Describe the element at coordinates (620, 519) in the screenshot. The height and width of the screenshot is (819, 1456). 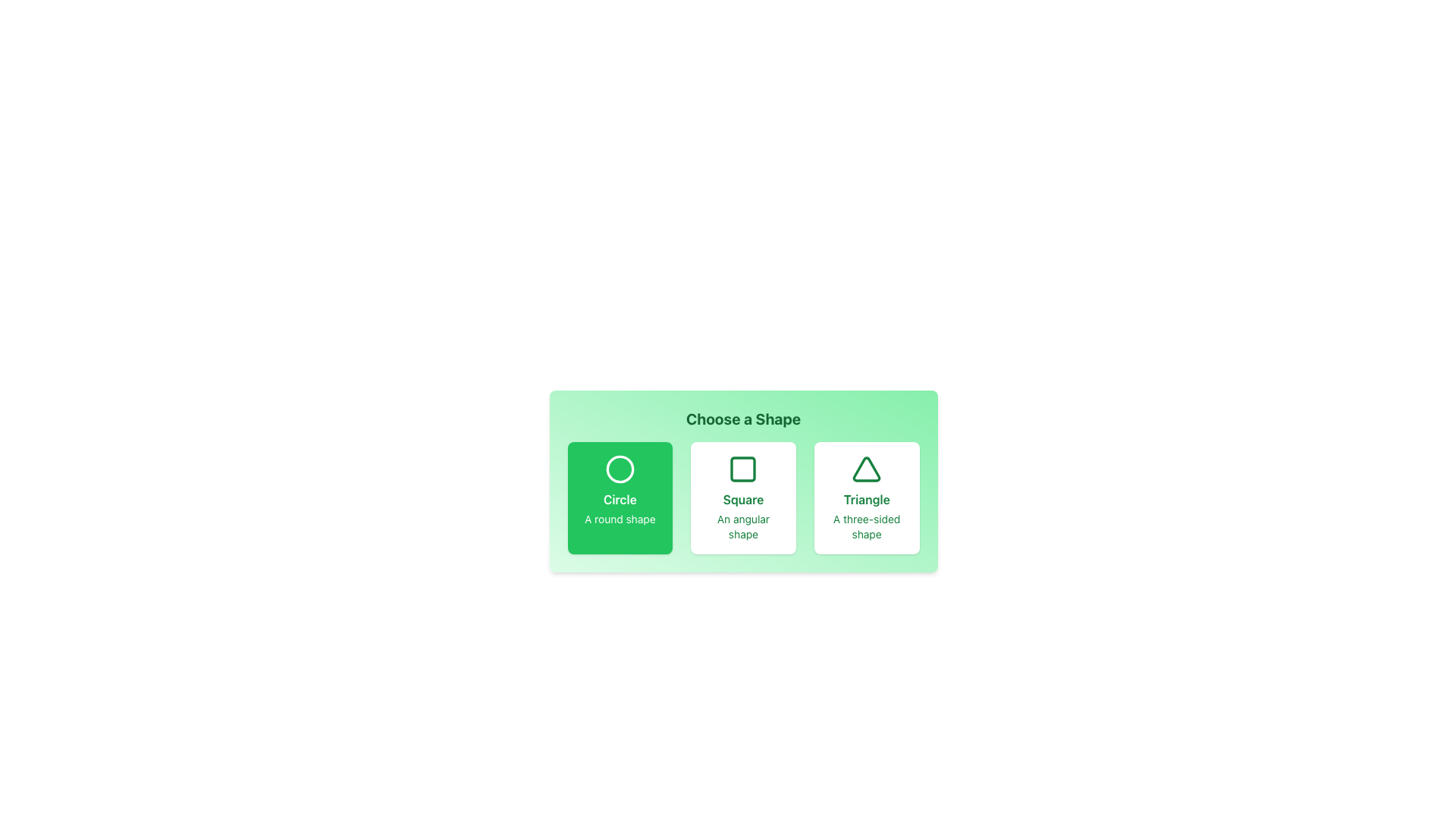
I see `the descriptive text label located beneath the 'Circle' text in the leftmost green card of the 'Choose a Shape' selection menu` at that location.